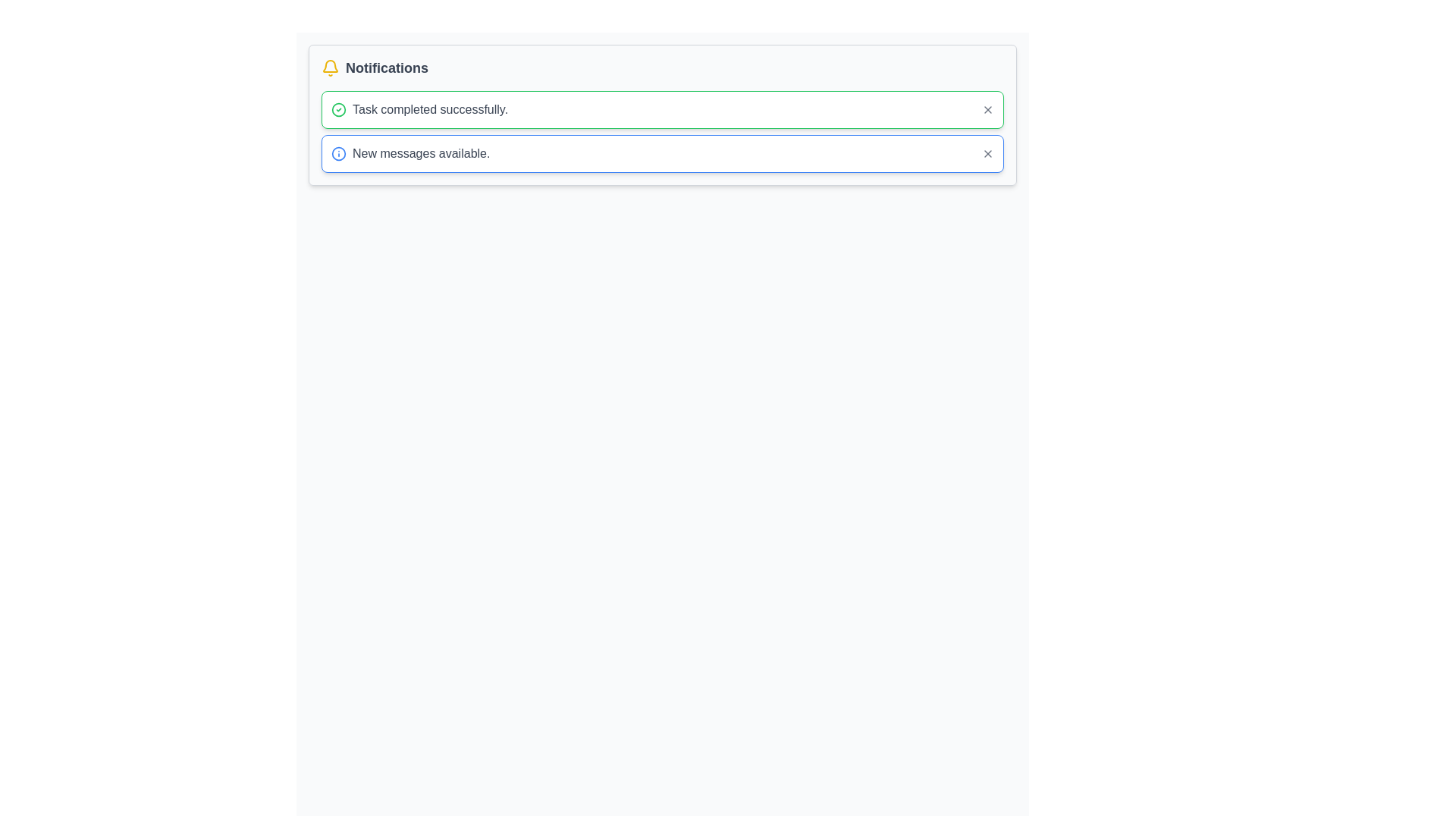 This screenshot has height=819, width=1456. I want to click on the interactive icon located at the far right of the notification box titled 'Task completed successfully', so click(987, 109).